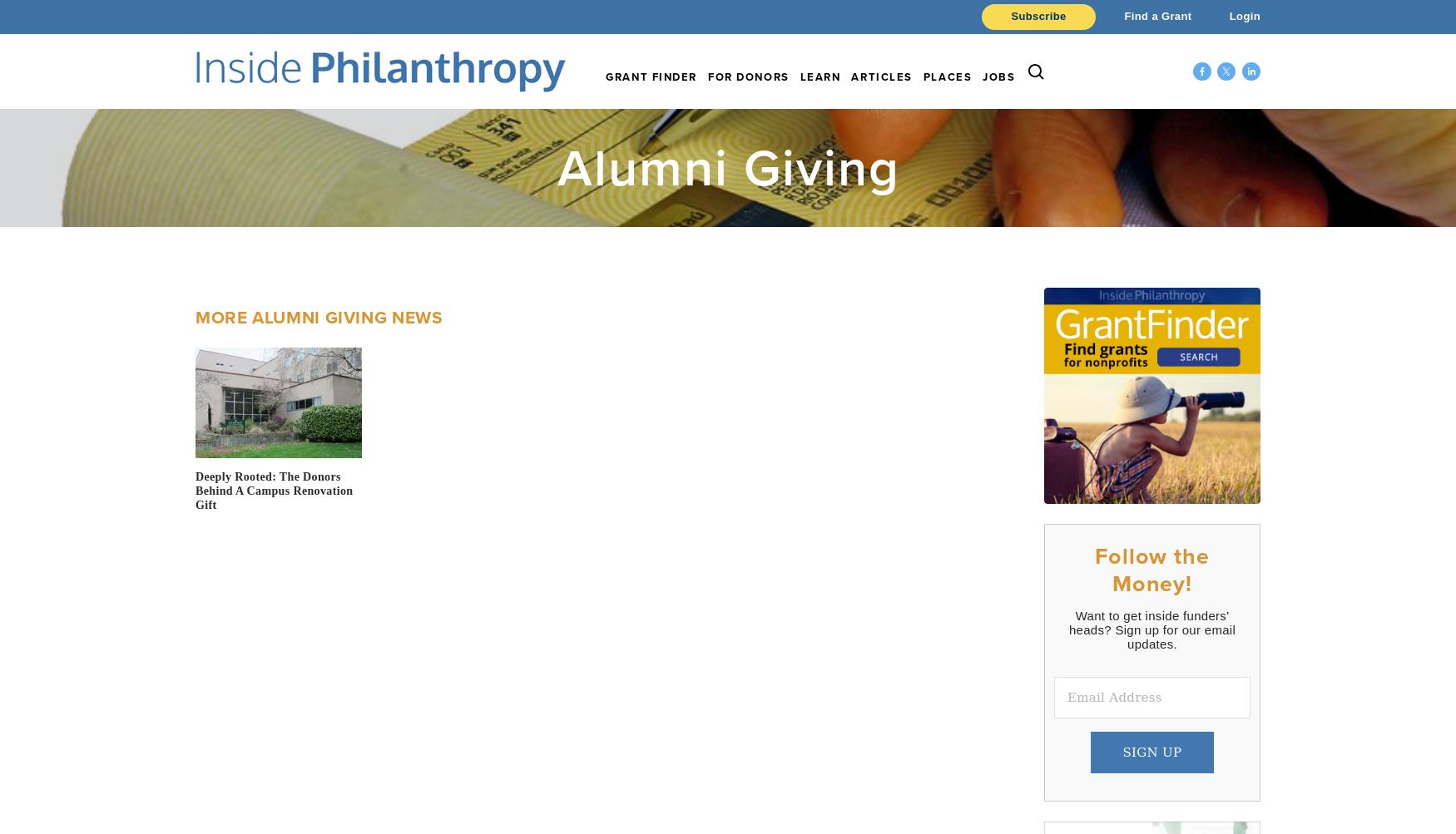 This screenshot has height=834, width=1456. What do you see at coordinates (820, 76) in the screenshot?
I see `'Learn'` at bounding box center [820, 76].